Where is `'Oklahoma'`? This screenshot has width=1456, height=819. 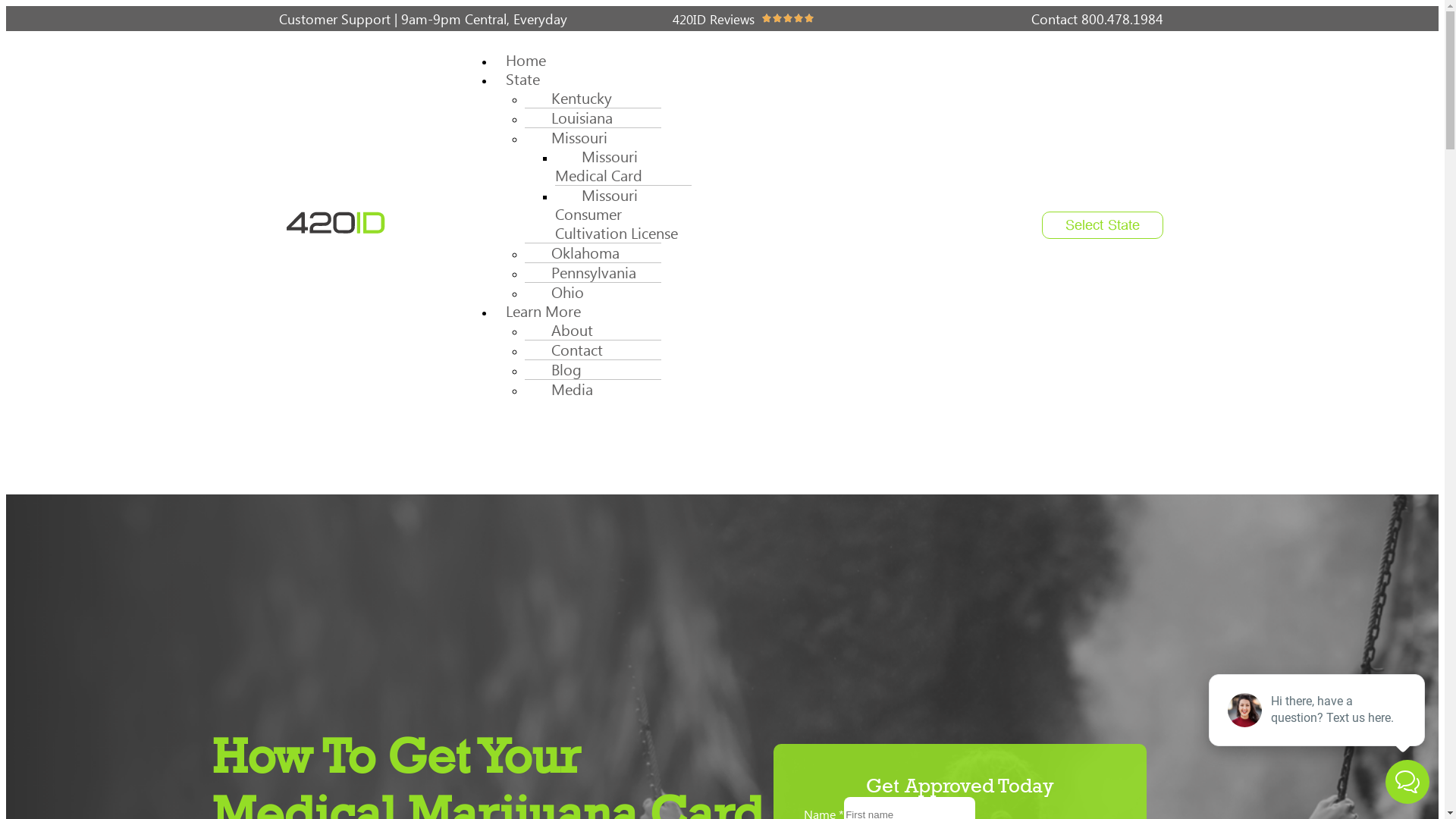 'Oklahoma' is located at coordinates (577, 252).